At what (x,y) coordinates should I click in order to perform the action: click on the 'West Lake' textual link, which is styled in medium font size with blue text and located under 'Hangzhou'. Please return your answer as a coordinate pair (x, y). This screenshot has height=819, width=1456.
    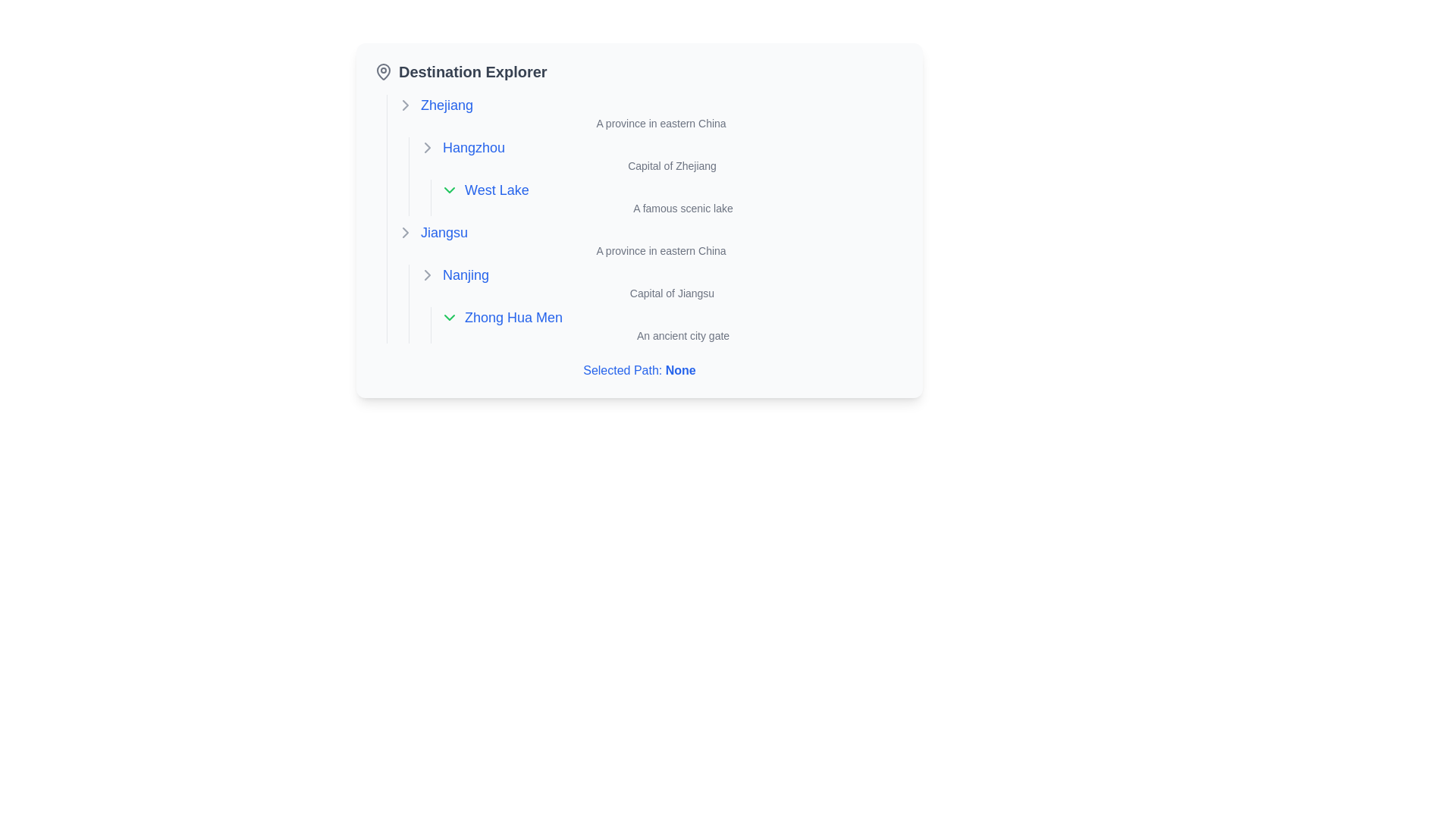
    Looking at the image, I should click on (497, 189).